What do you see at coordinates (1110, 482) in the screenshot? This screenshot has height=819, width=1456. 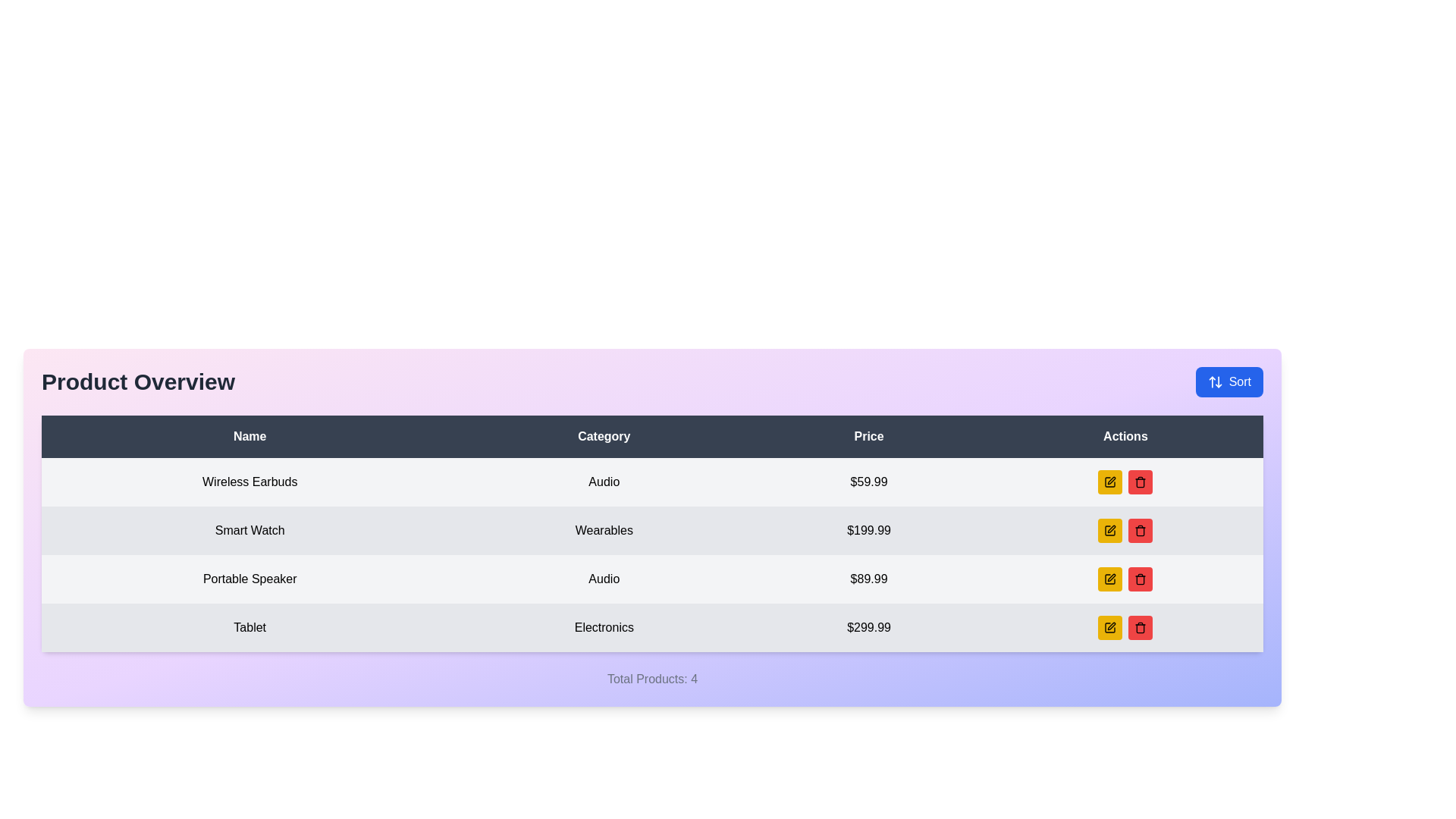 I see `the yellow pen icon button located in the 'Actions' column of the product table for the 'Portable Speaker', which is the second button from the left` at bounding box center [1110, 482].